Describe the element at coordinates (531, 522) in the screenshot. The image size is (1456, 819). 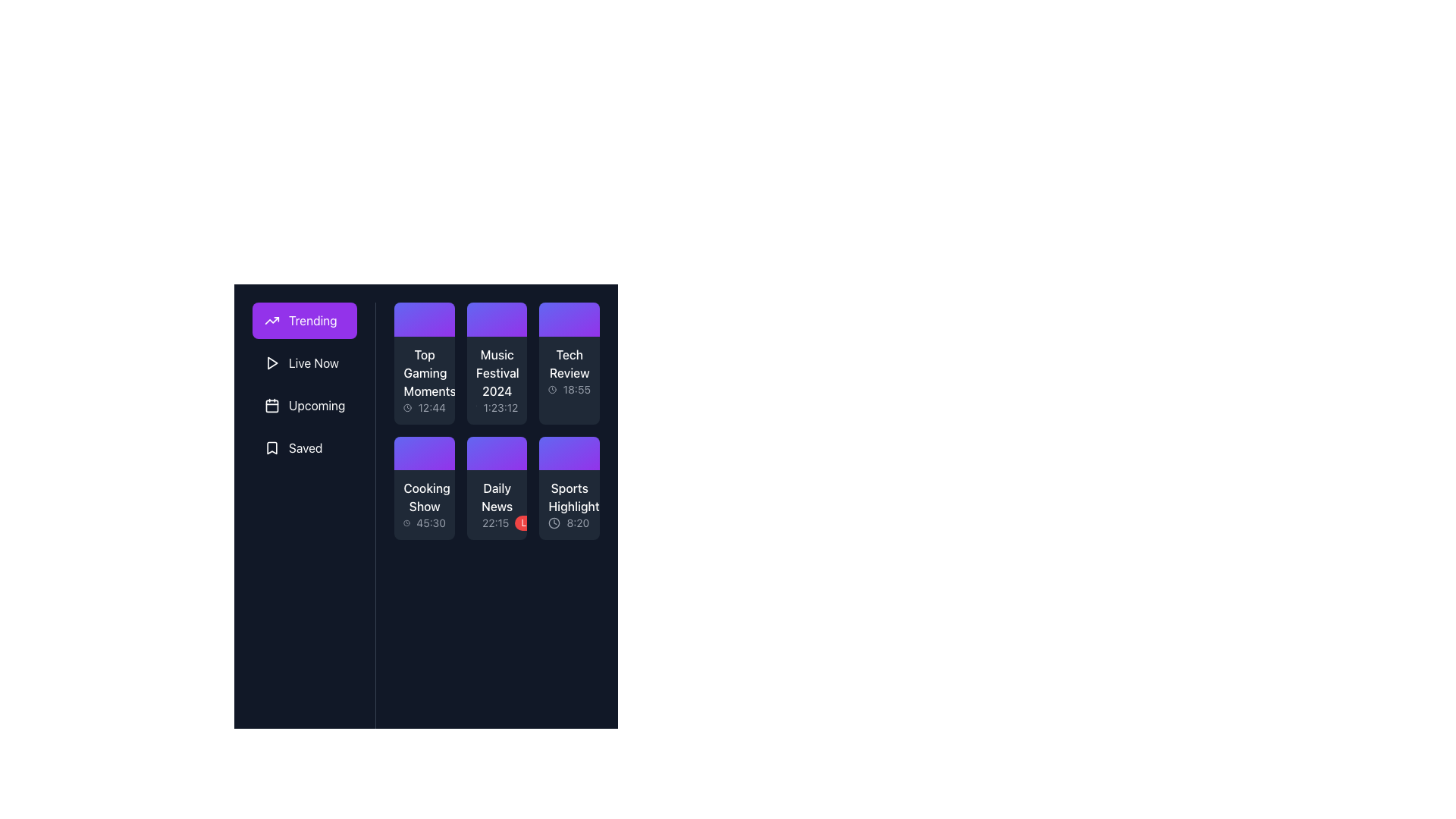
I see `the 'LIVE' badge, which is a small, horizontally-oriented badge with white capital letters on a red background` at that location.